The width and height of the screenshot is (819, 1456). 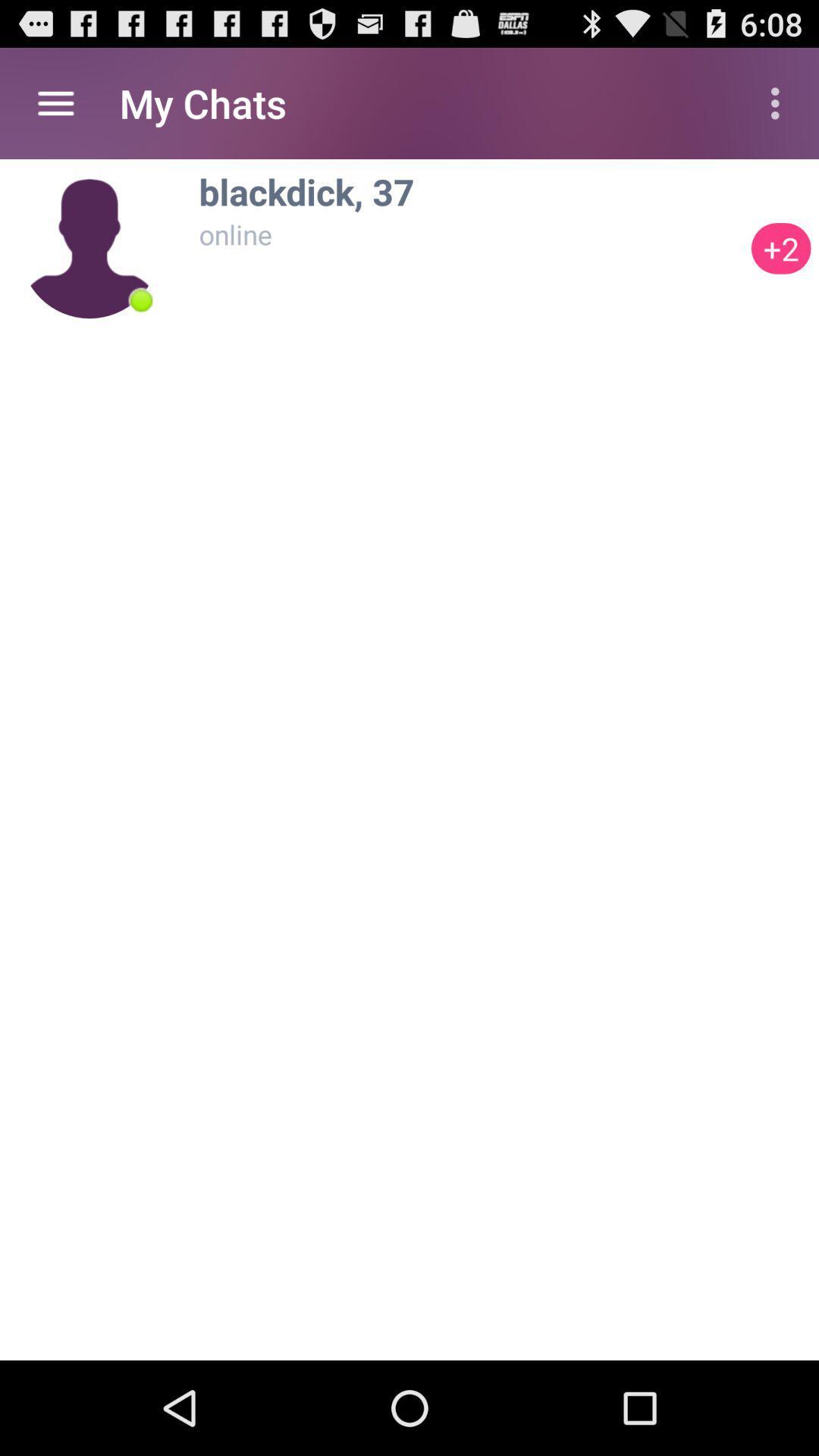 I want to click on item above the online icon, so click(x=470, y=190).